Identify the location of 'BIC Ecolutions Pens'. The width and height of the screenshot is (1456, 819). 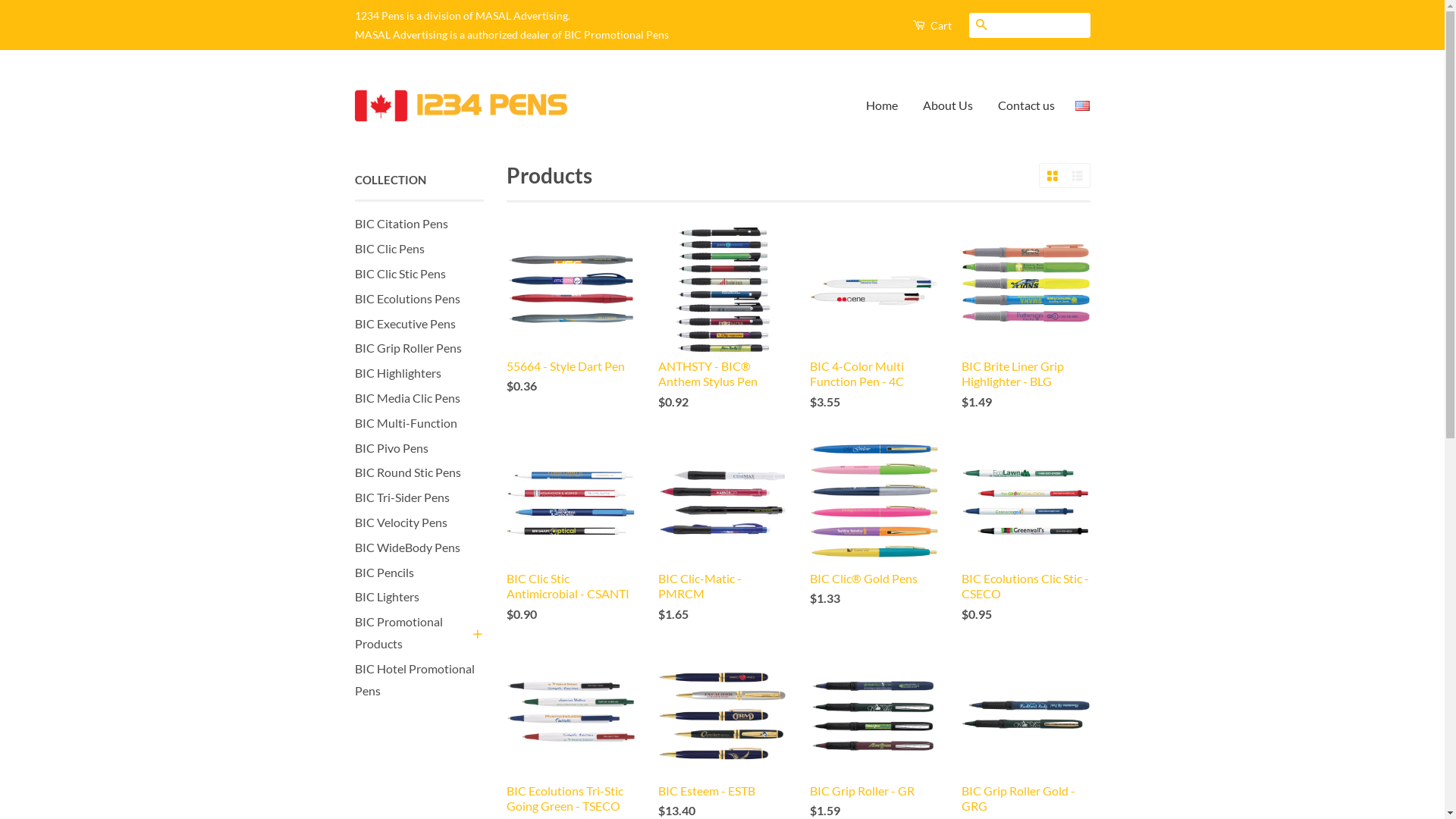
(407, 298).